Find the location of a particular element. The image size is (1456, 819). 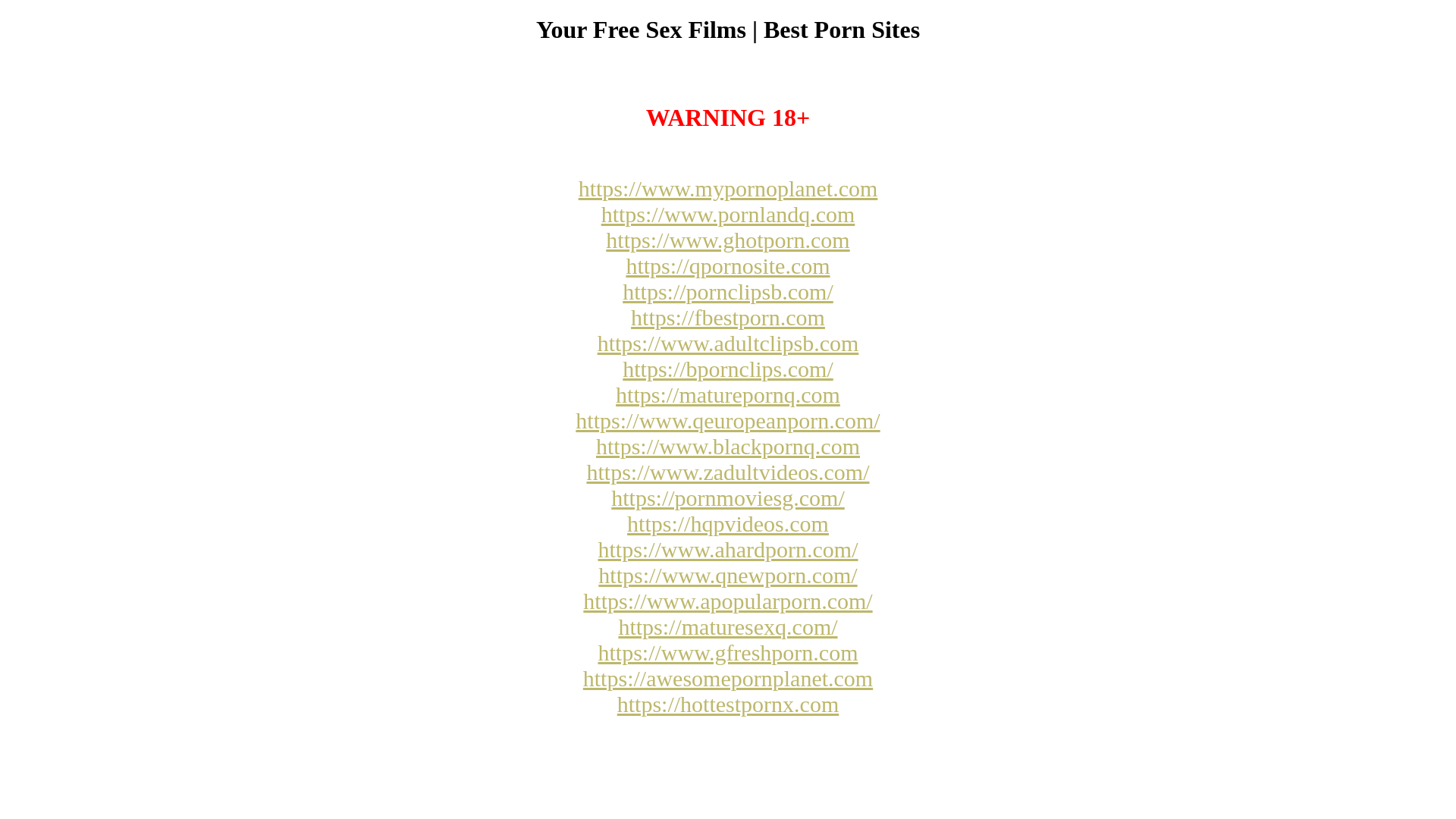

'https://awesomepornplanet.com' is located at coordinates (728, 677).